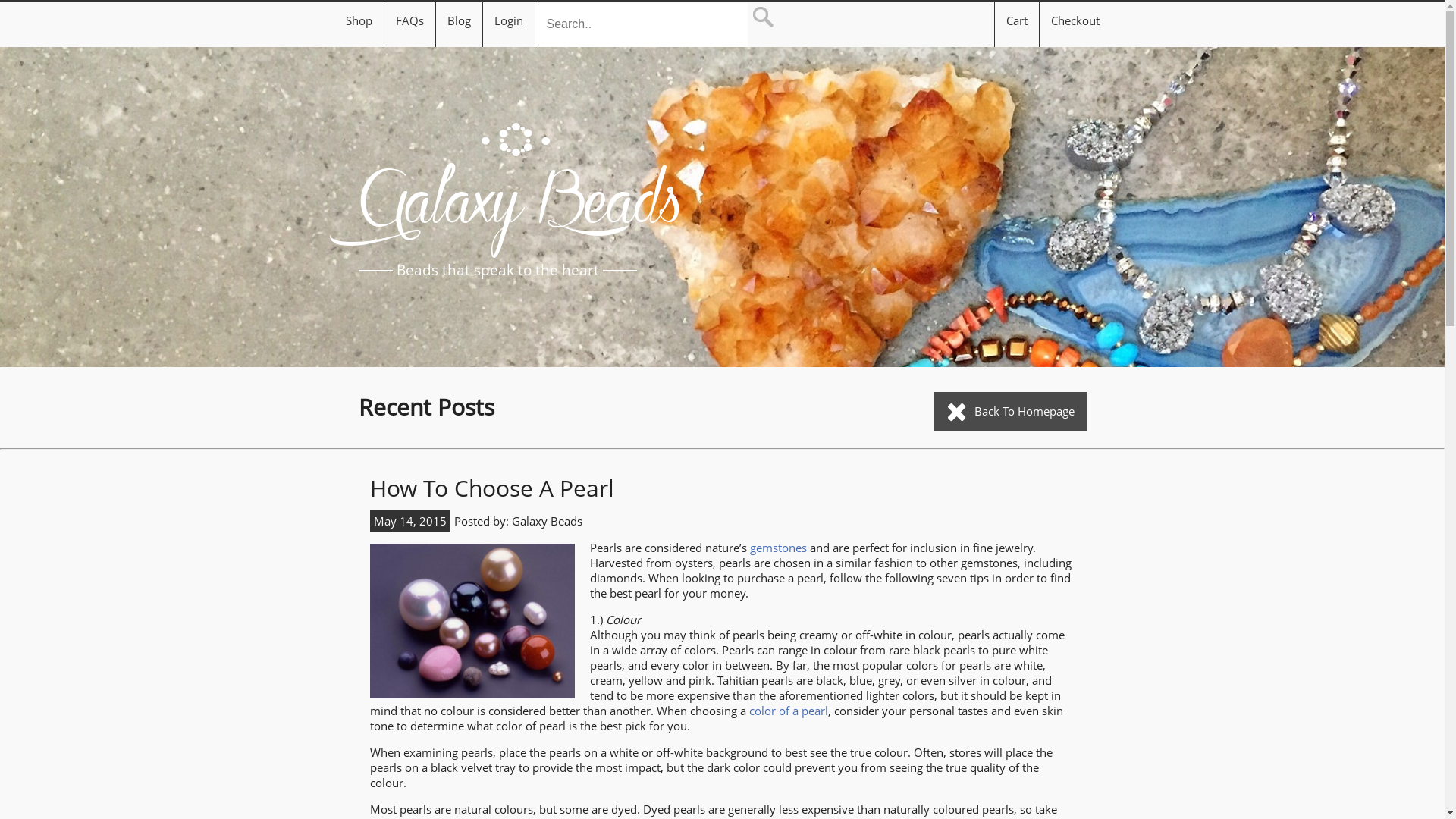 The height and width of the screenshot is (819, 1456). I want to click on 'Checkout', so click(1074, 24).